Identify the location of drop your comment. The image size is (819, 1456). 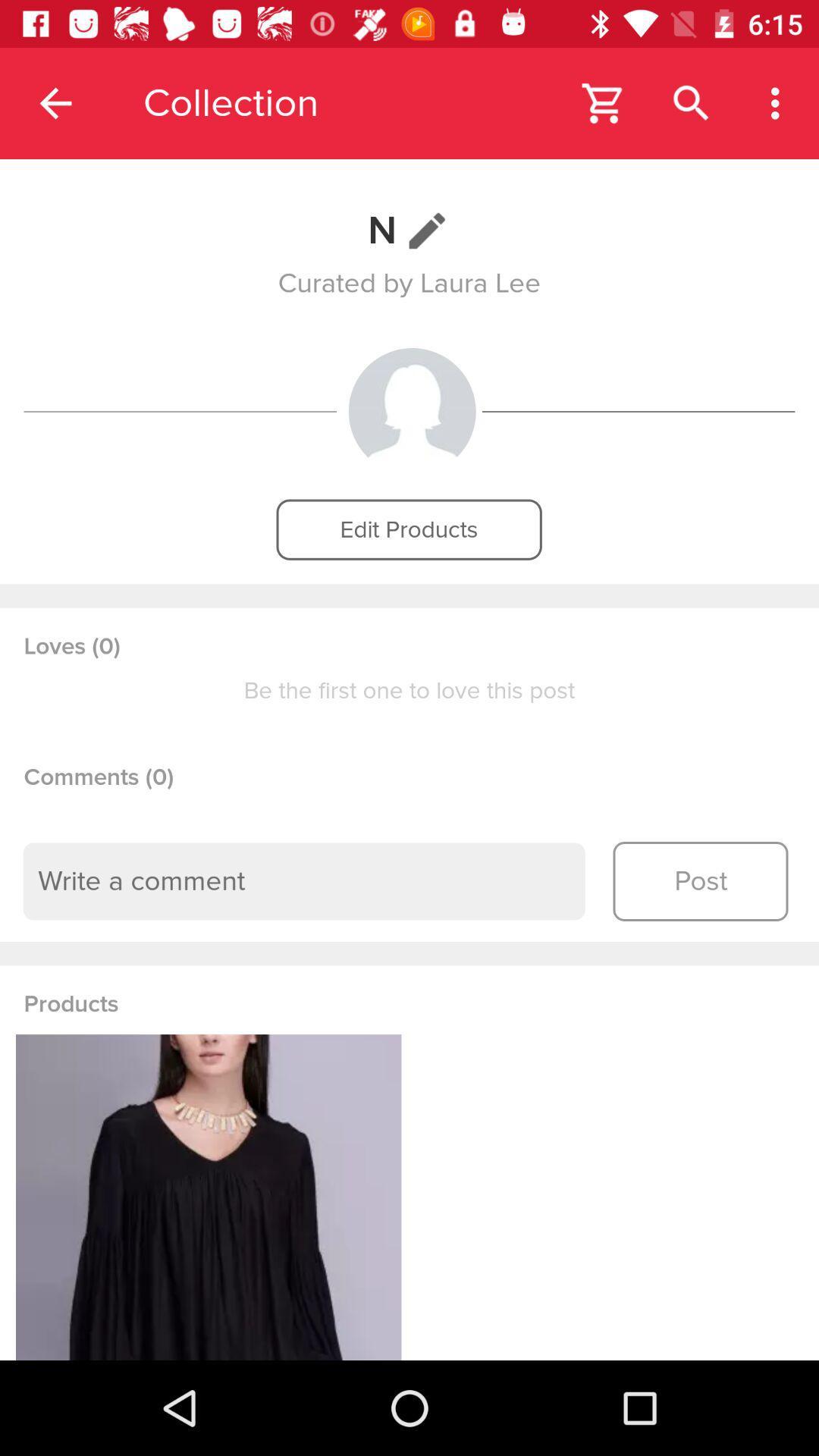
(304, 881).